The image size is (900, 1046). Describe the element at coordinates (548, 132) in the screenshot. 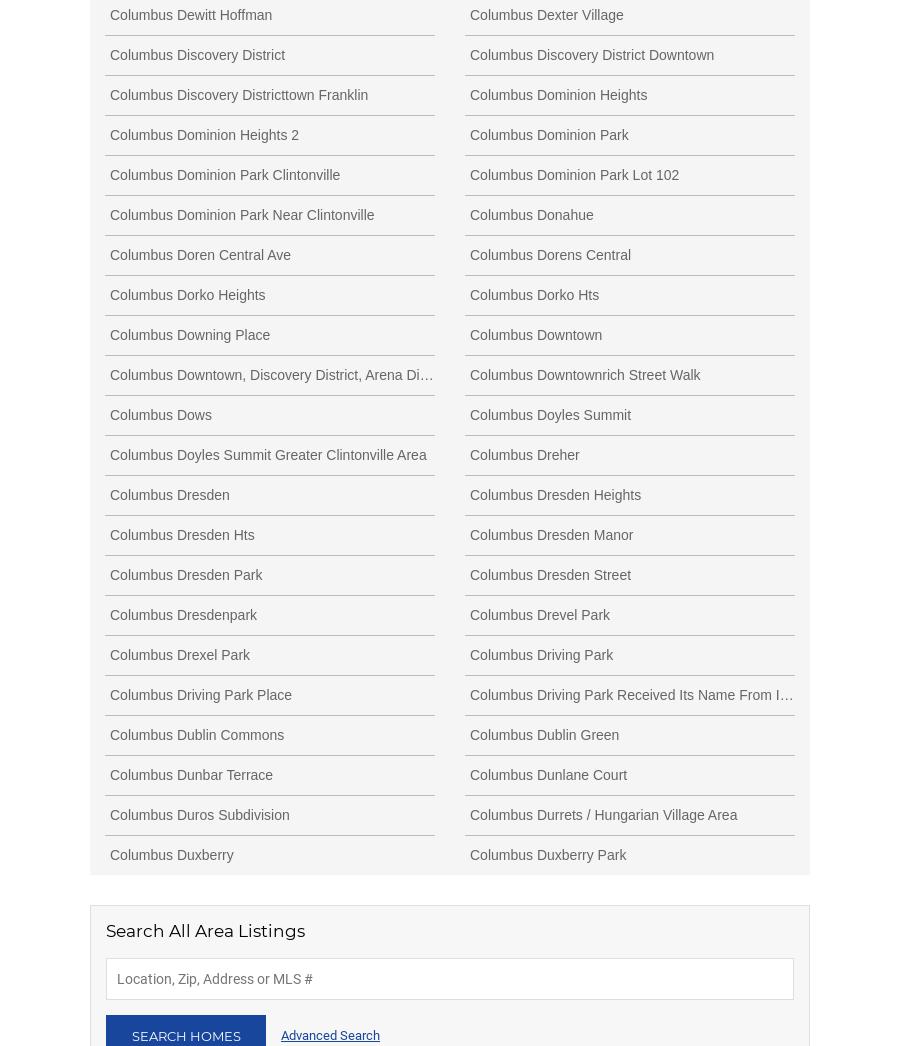

I see `'Columbus Dominion Park'` at that location.